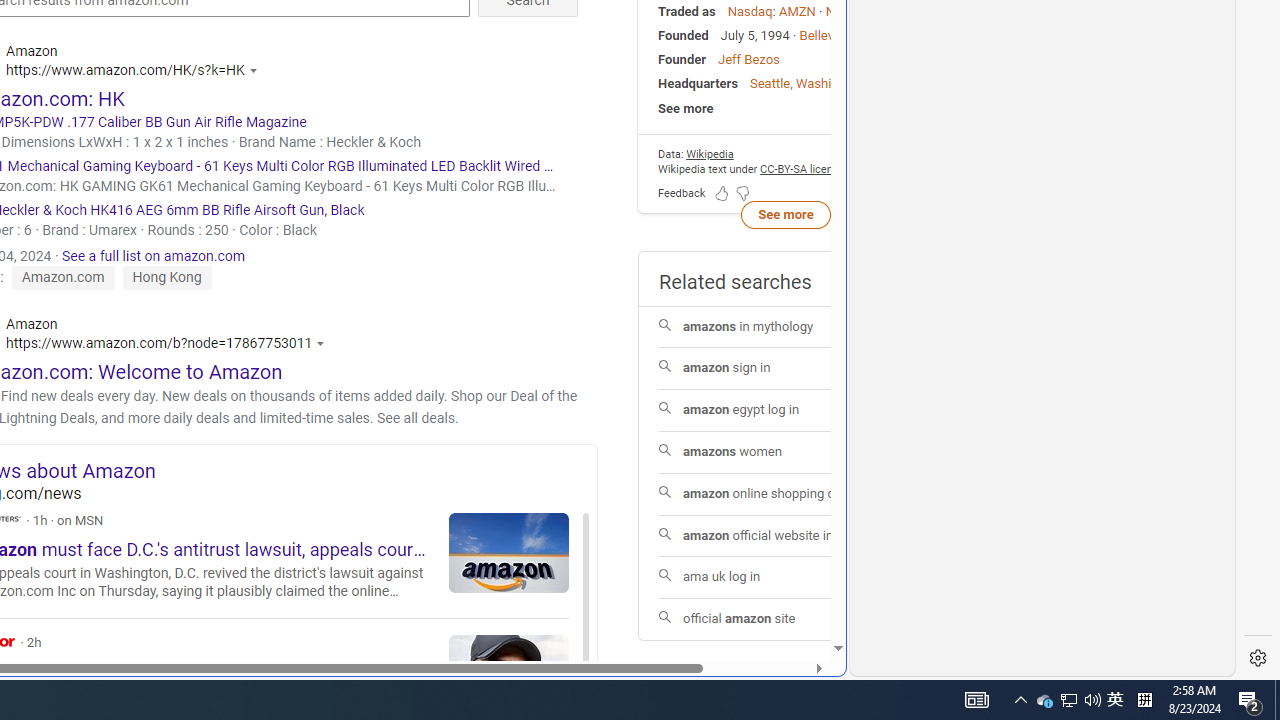 This screenshot has height=720, width=1280. What do you see at coordinates (784, 535) in the screenshot?
I see `'amazon official website india'` at bounding box center [784, 535].